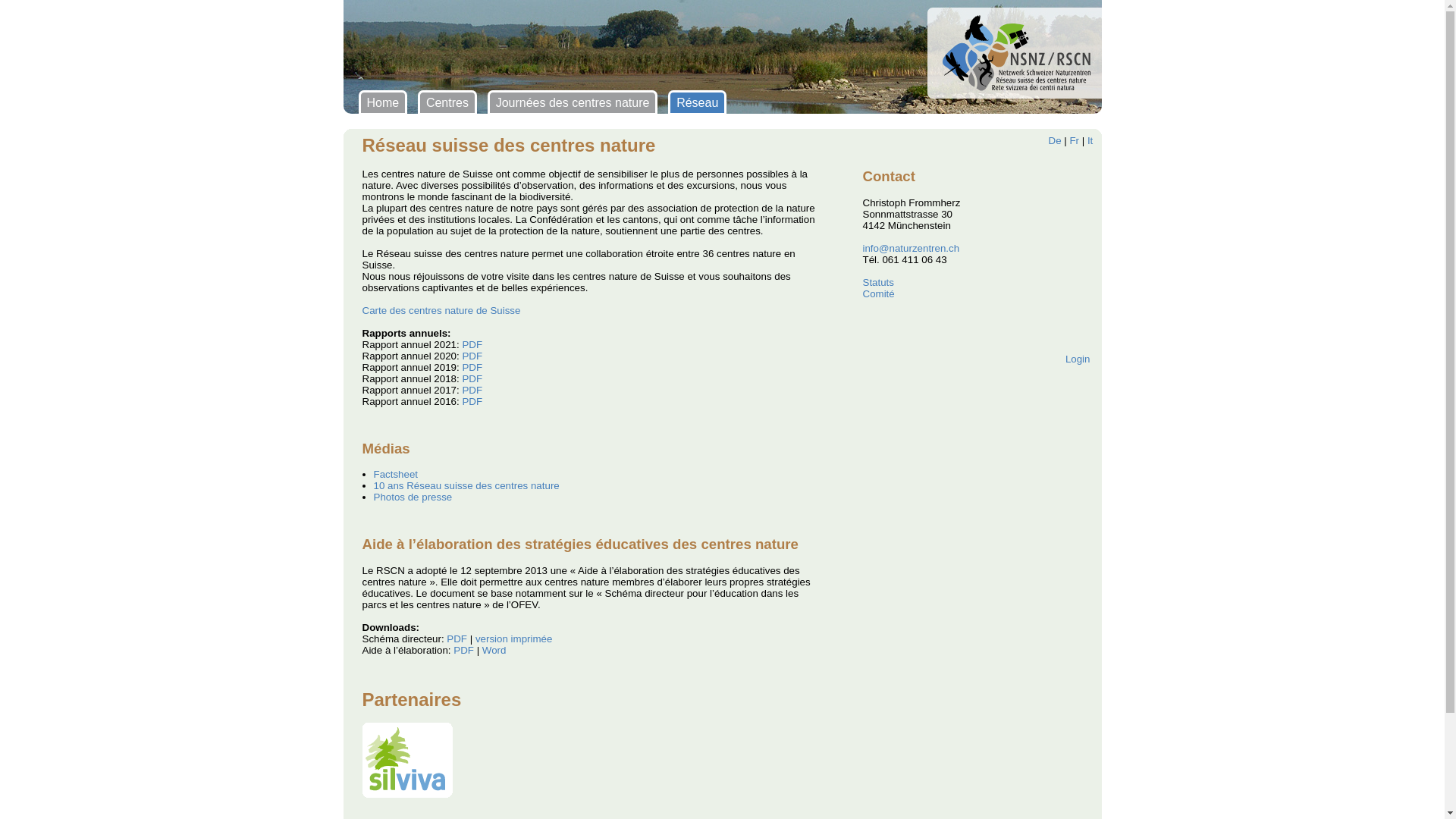 The height and width of the screenshot is (819, 1456). What do you see at coordinates (910, 247) in the screenshot?
I see `'info@naturzentren.ch'` at bounding box center [910, 247].